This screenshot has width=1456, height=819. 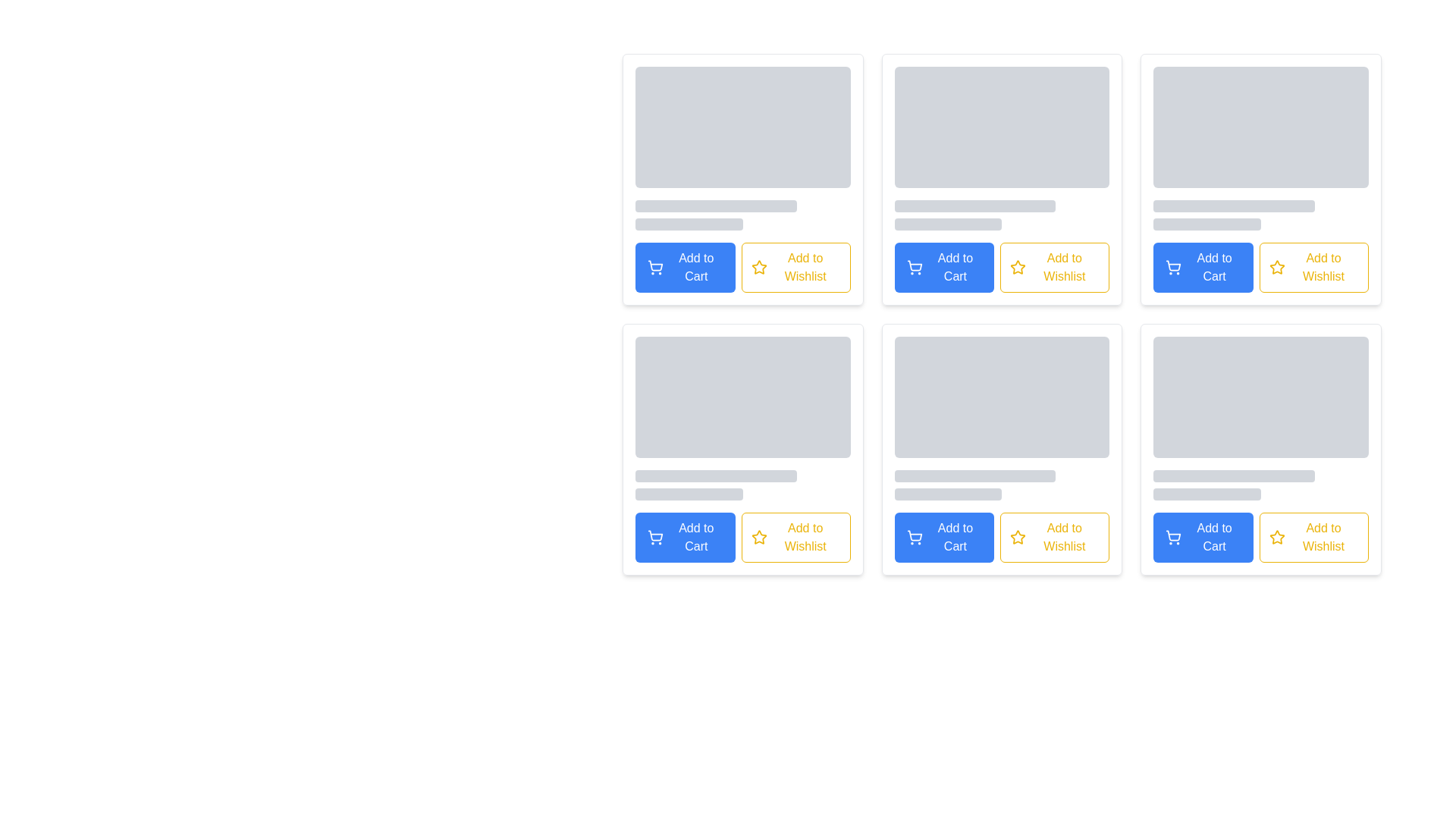 I want to click on the shopping cart icon located within the 'Add to Cart' button on the second product card of the first row to initiate the add to cart action, so click(x=1172, y=267).